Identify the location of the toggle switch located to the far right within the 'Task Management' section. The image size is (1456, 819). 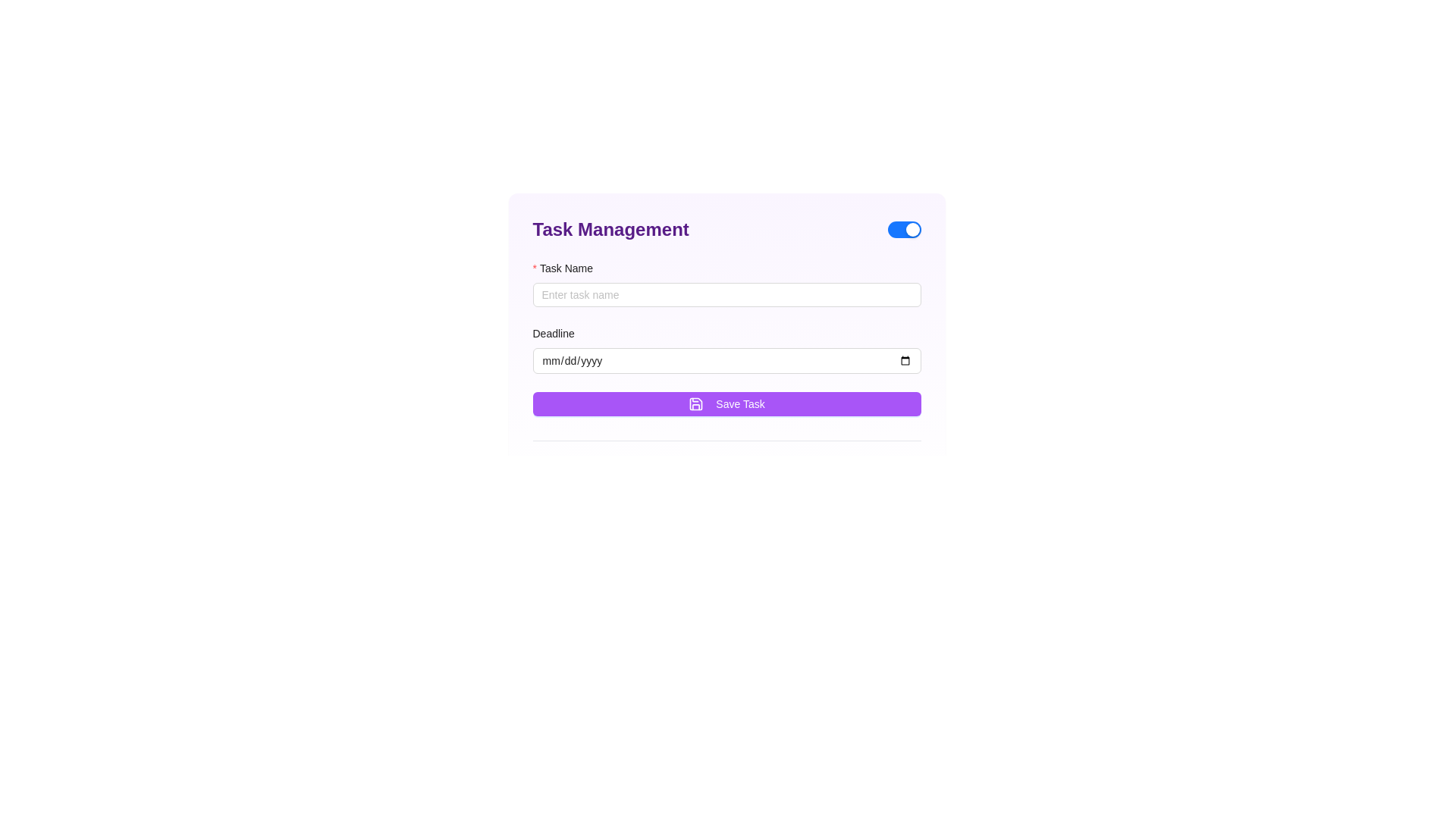
(904, 230).